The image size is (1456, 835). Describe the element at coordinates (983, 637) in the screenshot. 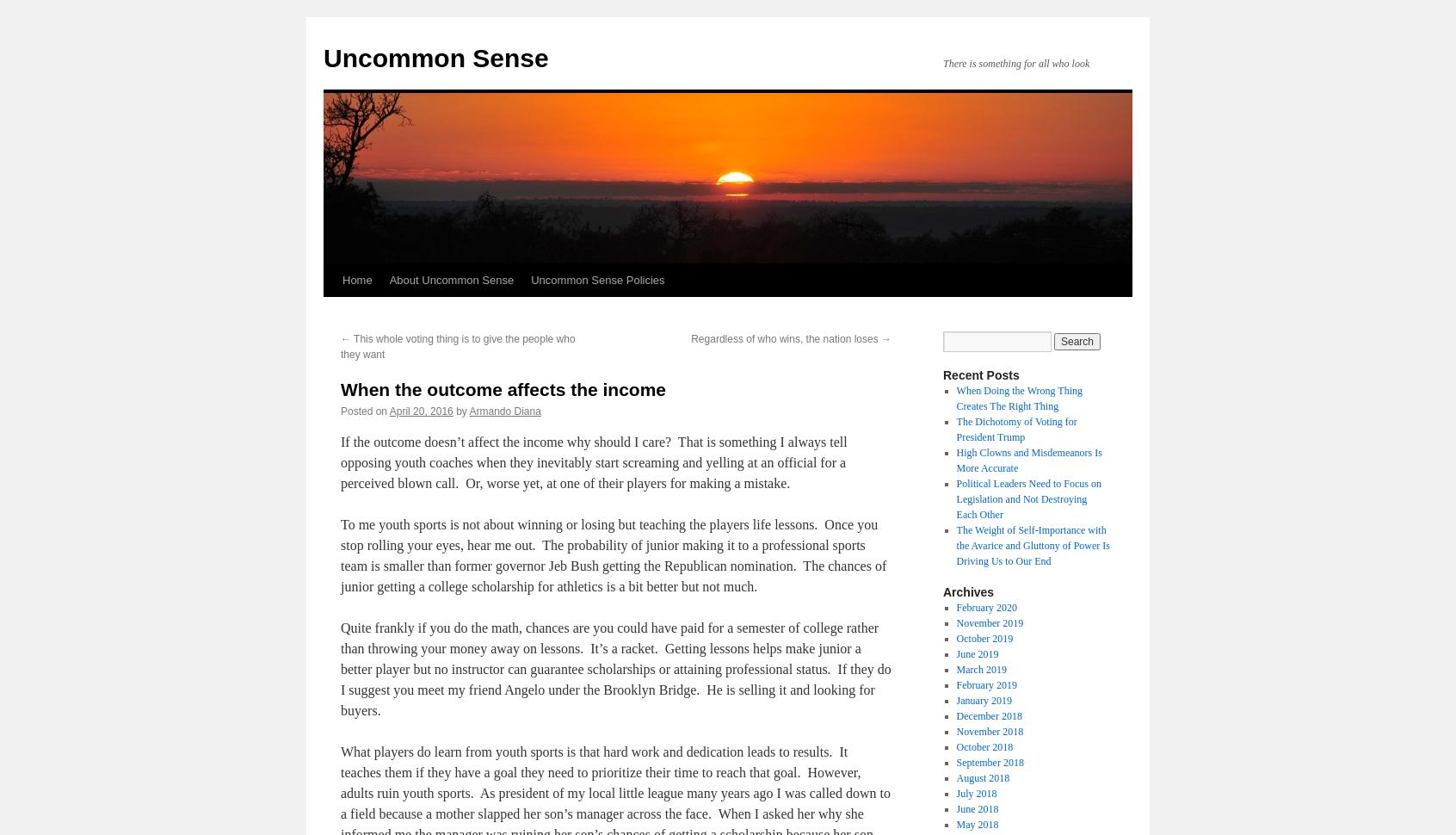

I see `'October 2019'` at that location.